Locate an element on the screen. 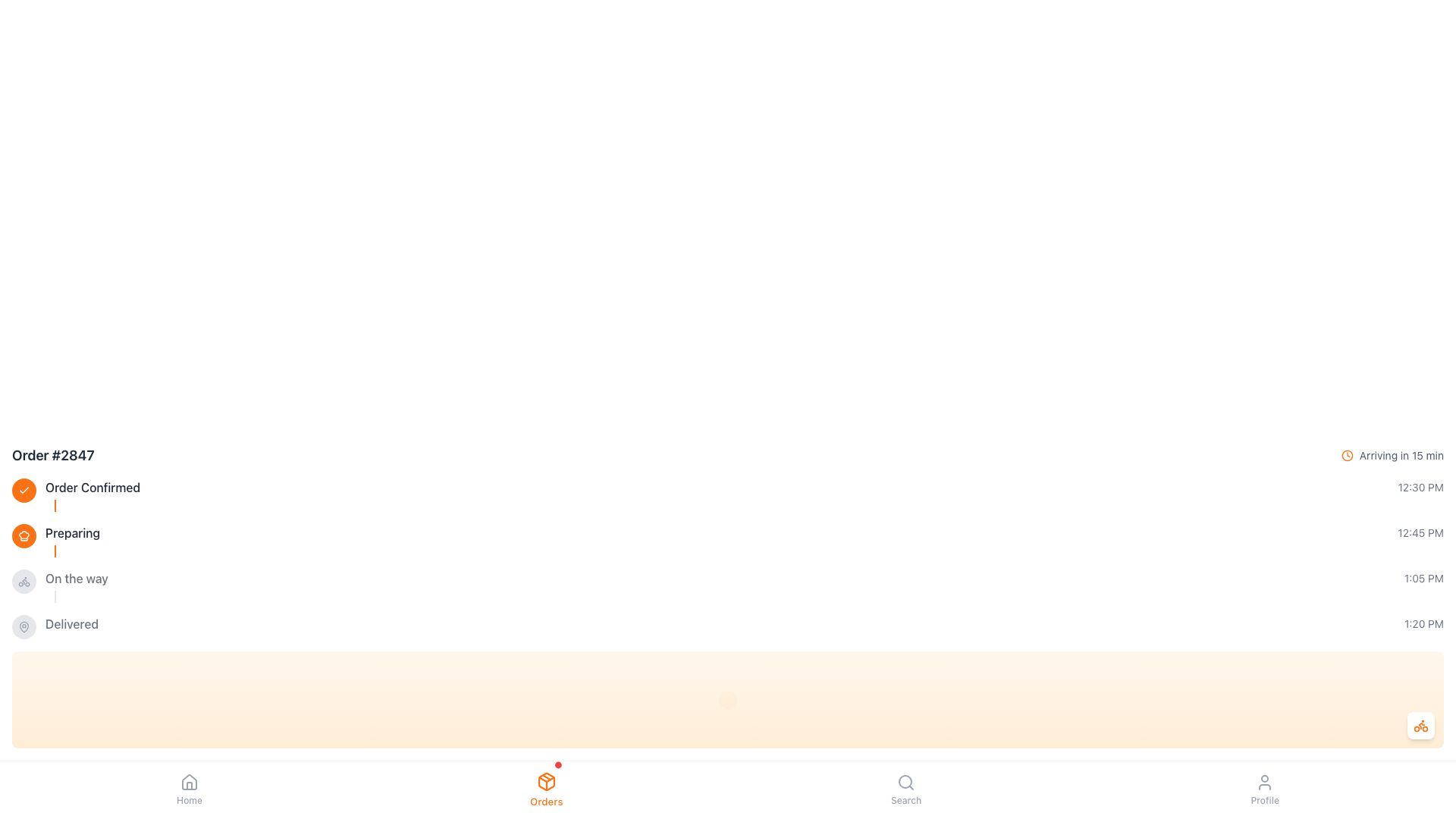 The width and height of the screenshot is (1456, 819). text of the 'Preparing' status label, which is a medium-weight dark gray text aligned in a list of order statuses is located at coordinates (72, 532).